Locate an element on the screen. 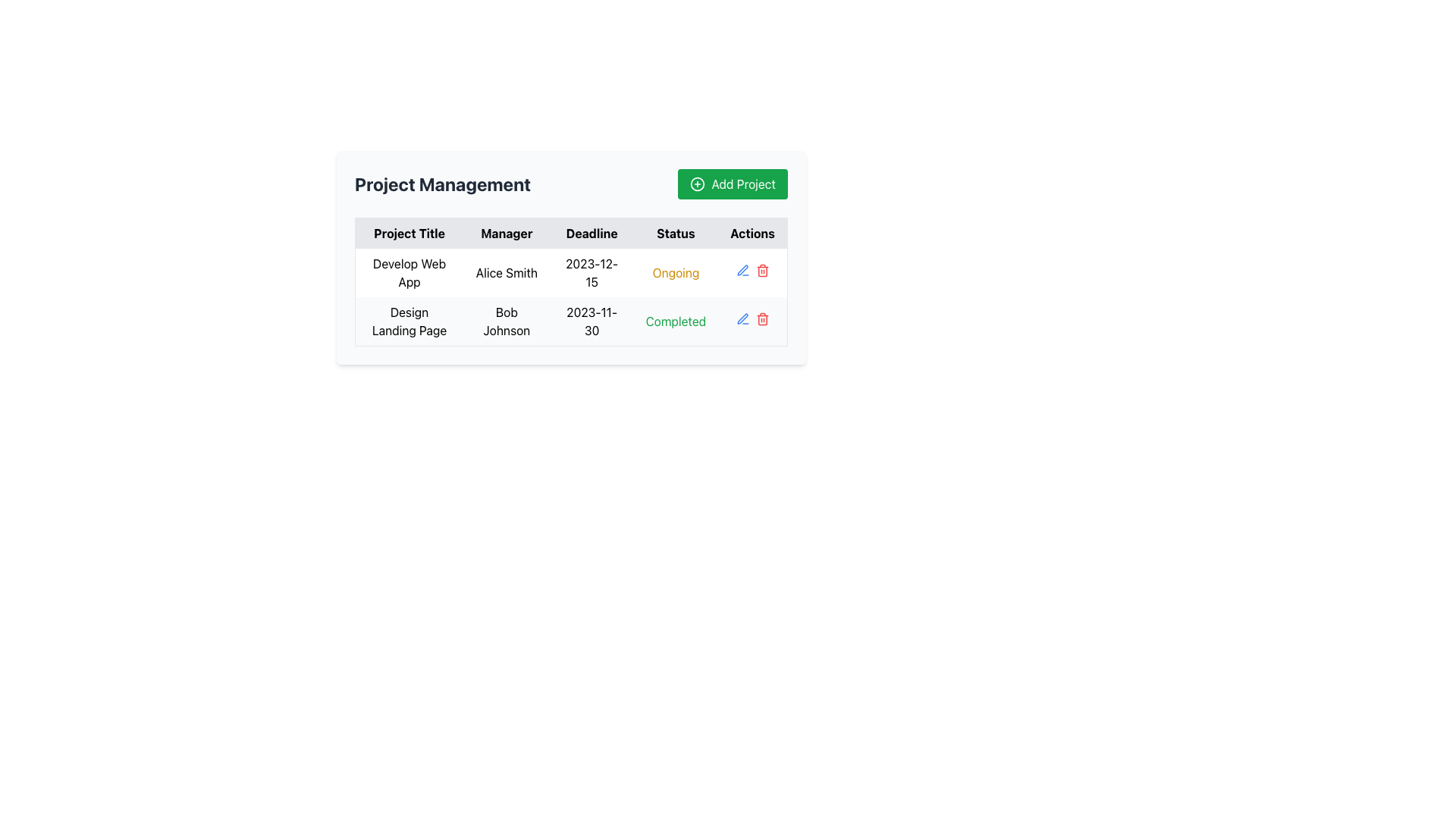  the first pen-shaped blue icon button in the 'Actions' column for the project 'Develop Web App' with 'Ongoing' status is located at coordinates (742, 318).